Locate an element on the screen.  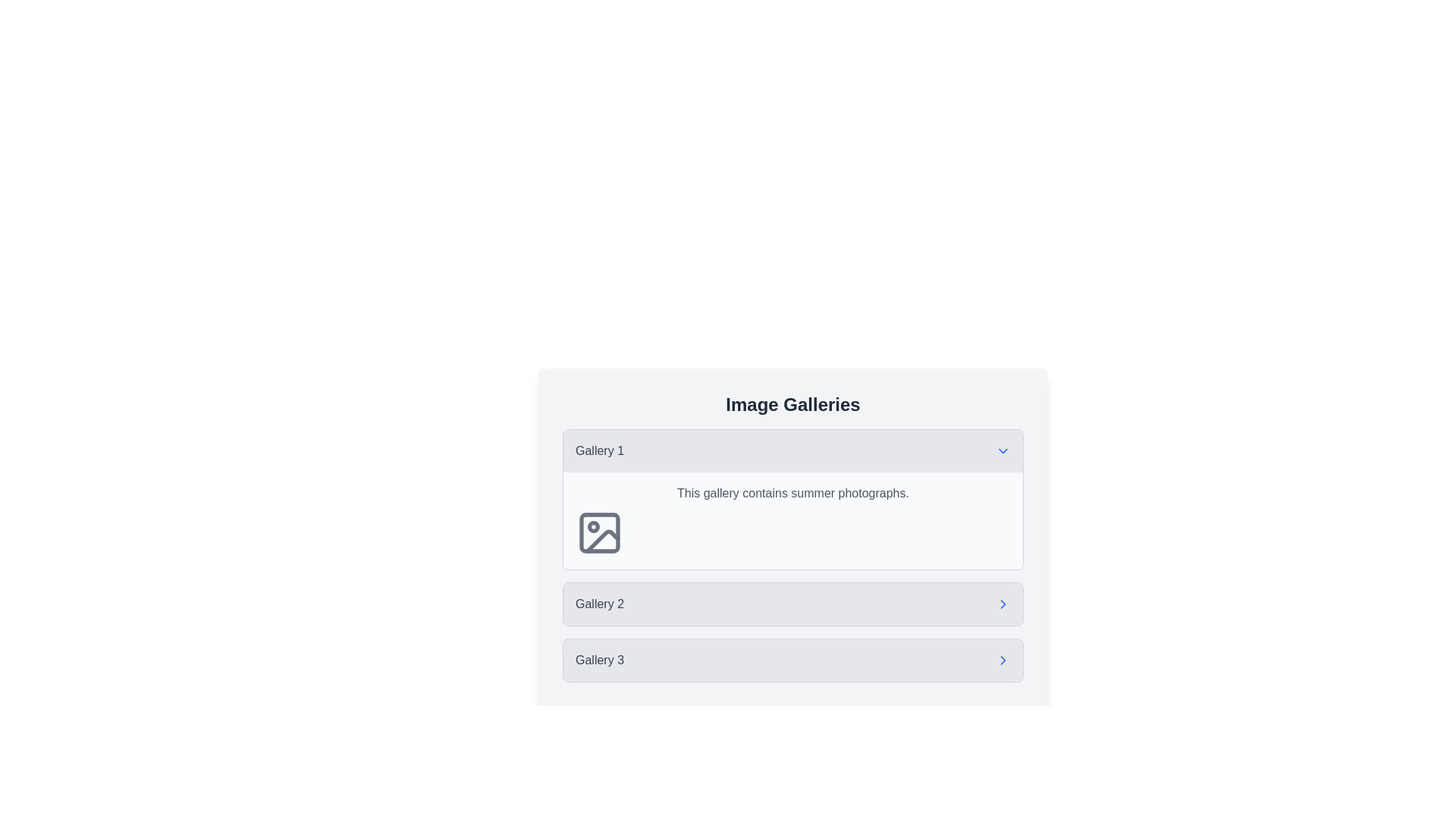
the chevron icon pointing to the right, which is visually associated with the 'Gallery 2' entry is located at coordinates (1003, 604).